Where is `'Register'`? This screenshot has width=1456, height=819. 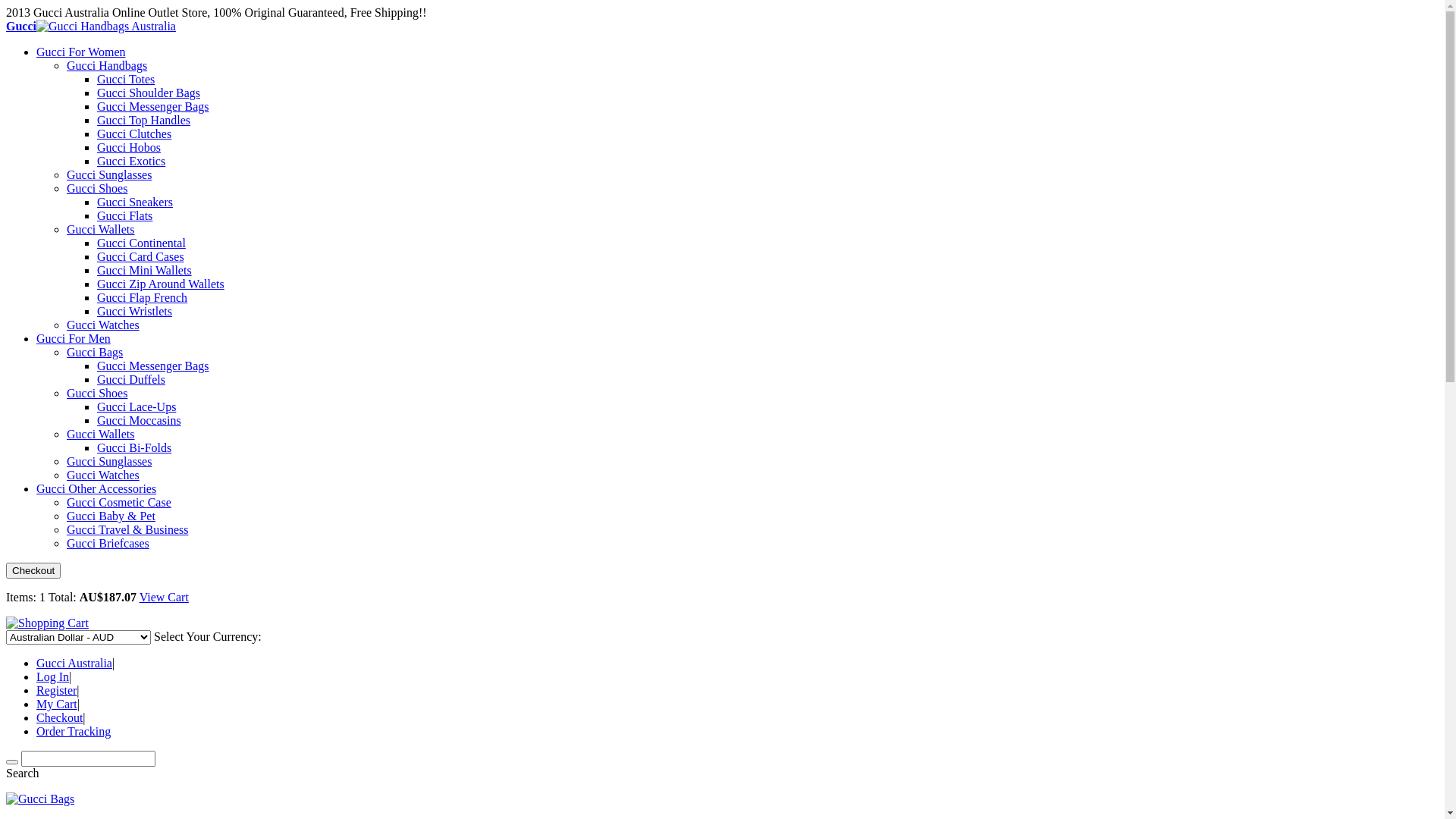
'Register' is located at coordinates (56, 690).